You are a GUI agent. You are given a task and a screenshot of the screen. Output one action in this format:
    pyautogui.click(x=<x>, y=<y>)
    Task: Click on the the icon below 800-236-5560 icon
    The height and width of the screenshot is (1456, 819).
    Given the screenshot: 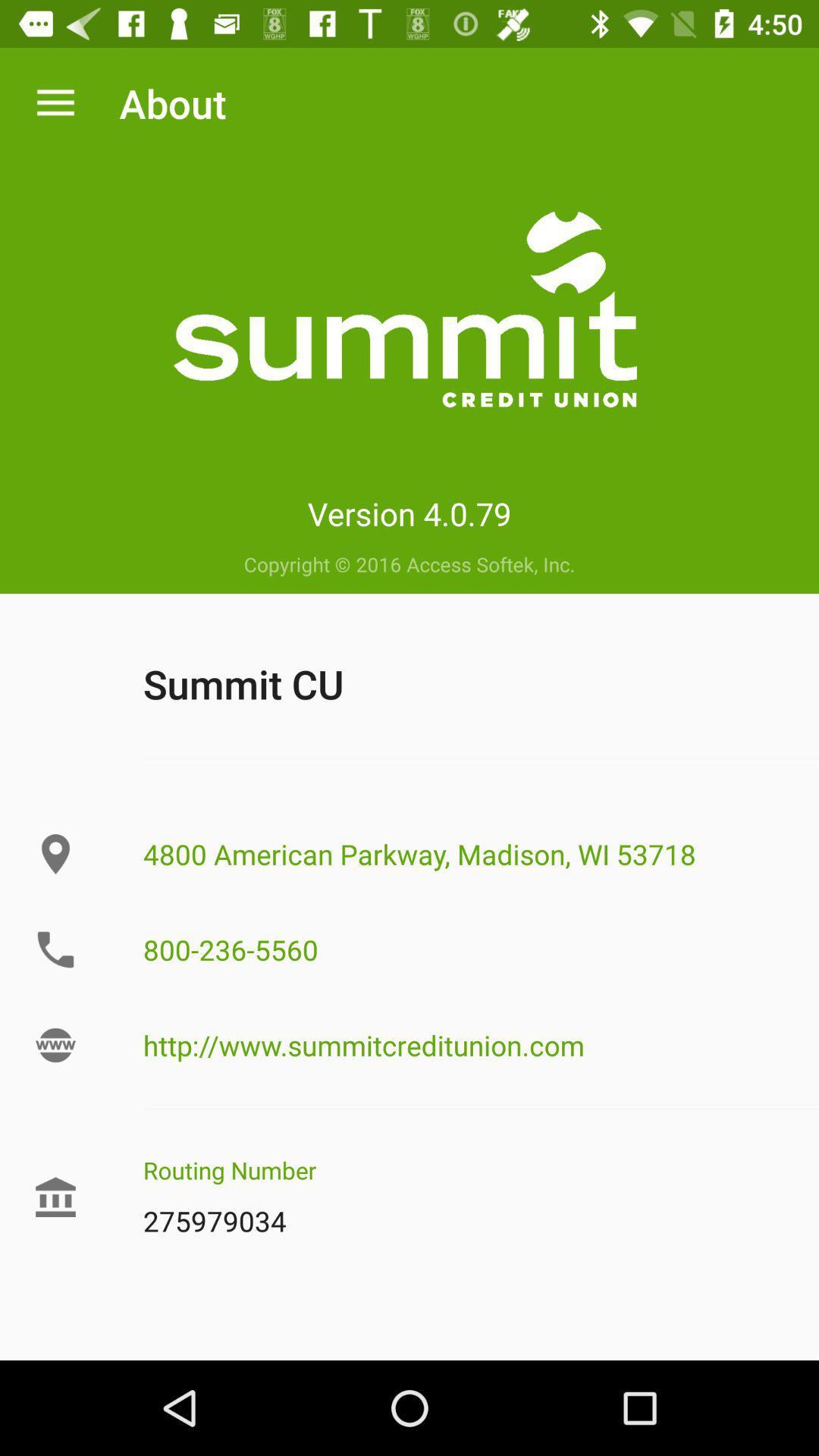 What is the action you would take?
    pyautogui.click(x=481, y=1044)
    